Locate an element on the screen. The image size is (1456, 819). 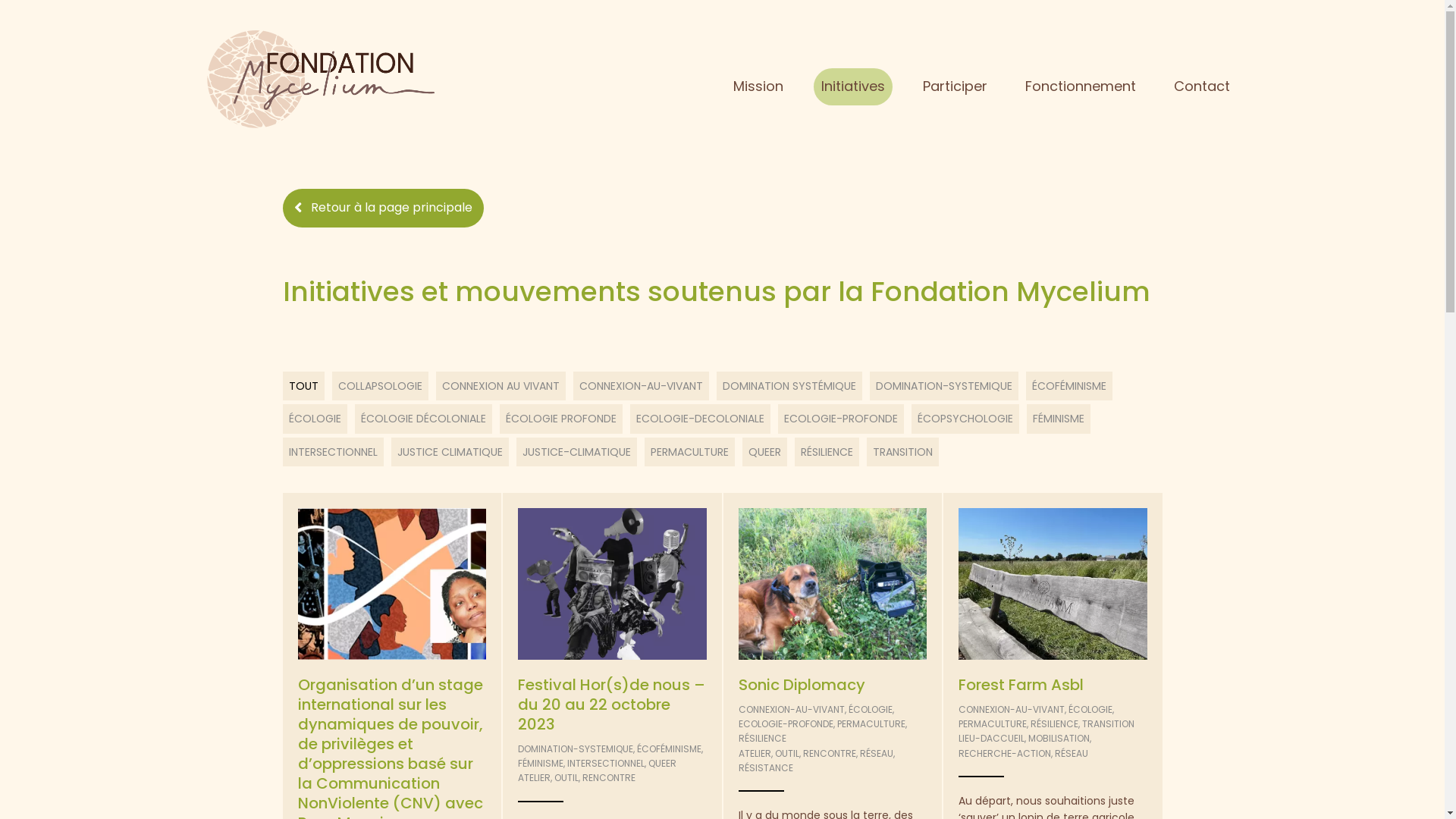
'LIEU-DACCUEIL' is located at coordinates (991, 737).